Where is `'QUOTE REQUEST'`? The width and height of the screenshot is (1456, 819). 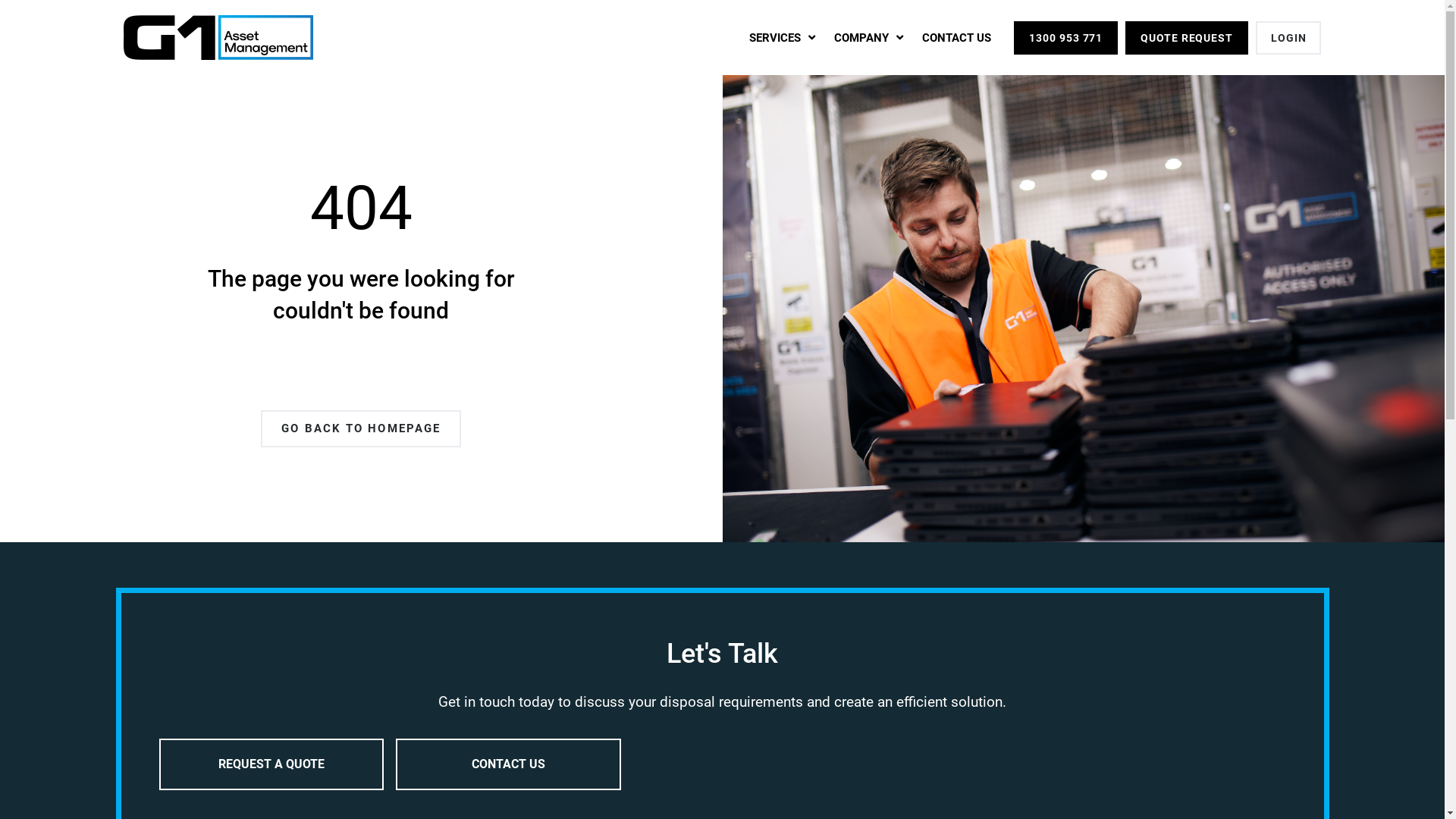 'QUOTE REQUEST' is located at coordinates (1185, 37).